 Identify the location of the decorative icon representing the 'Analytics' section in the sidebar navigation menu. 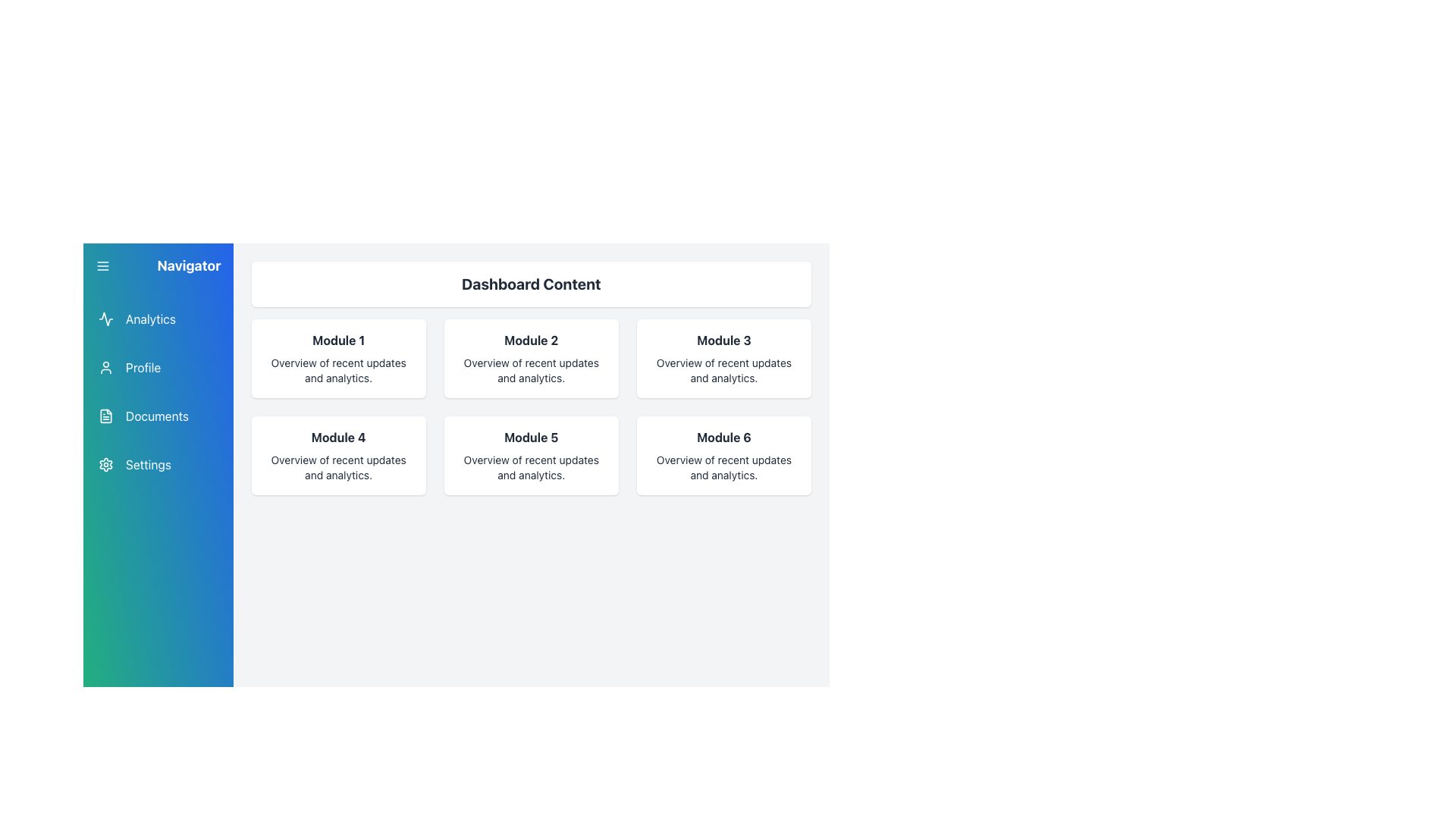
(105, 318).